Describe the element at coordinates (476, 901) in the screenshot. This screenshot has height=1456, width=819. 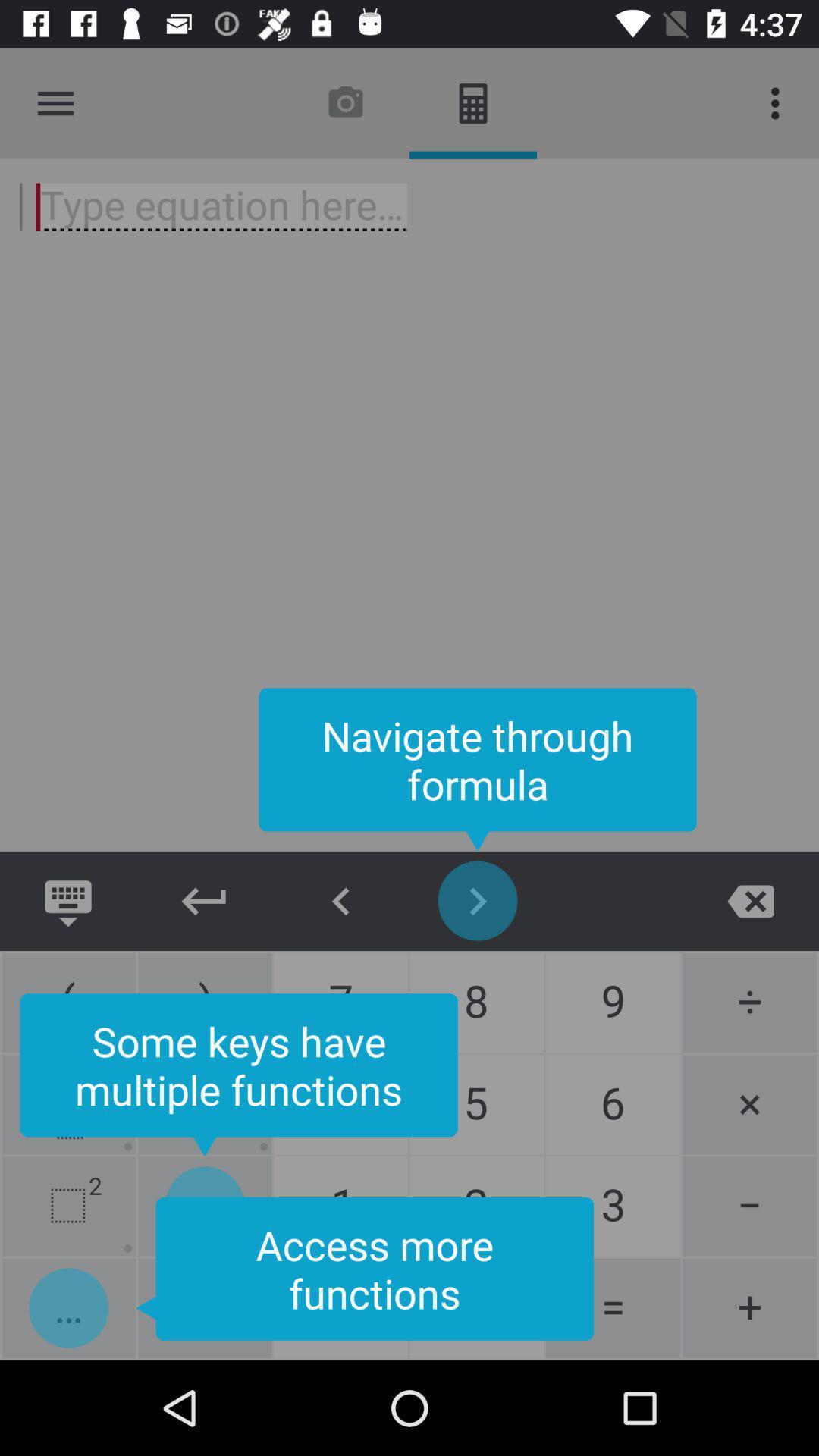
I see `the arrow_forward icon` at that location.